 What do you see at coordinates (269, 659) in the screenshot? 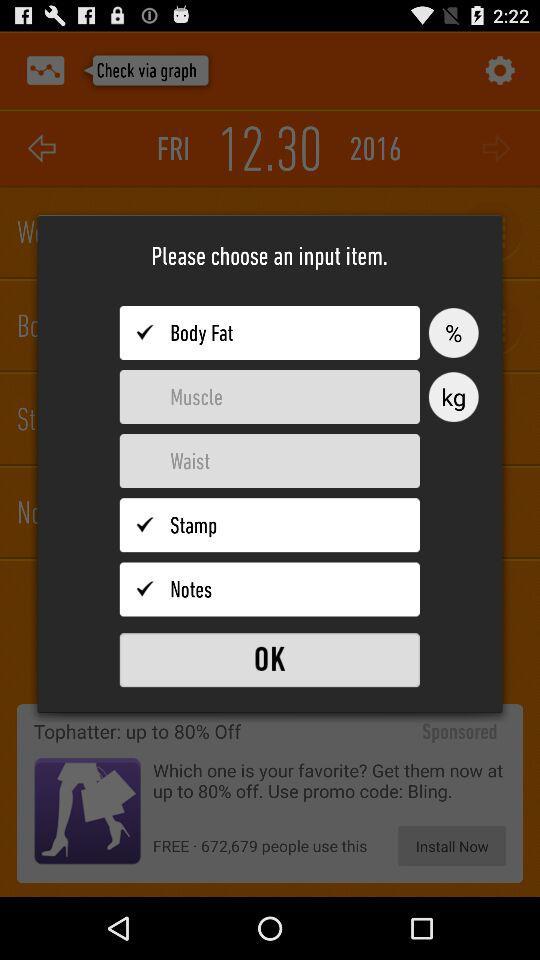
I see `to send` at bounding box center [269, 659].